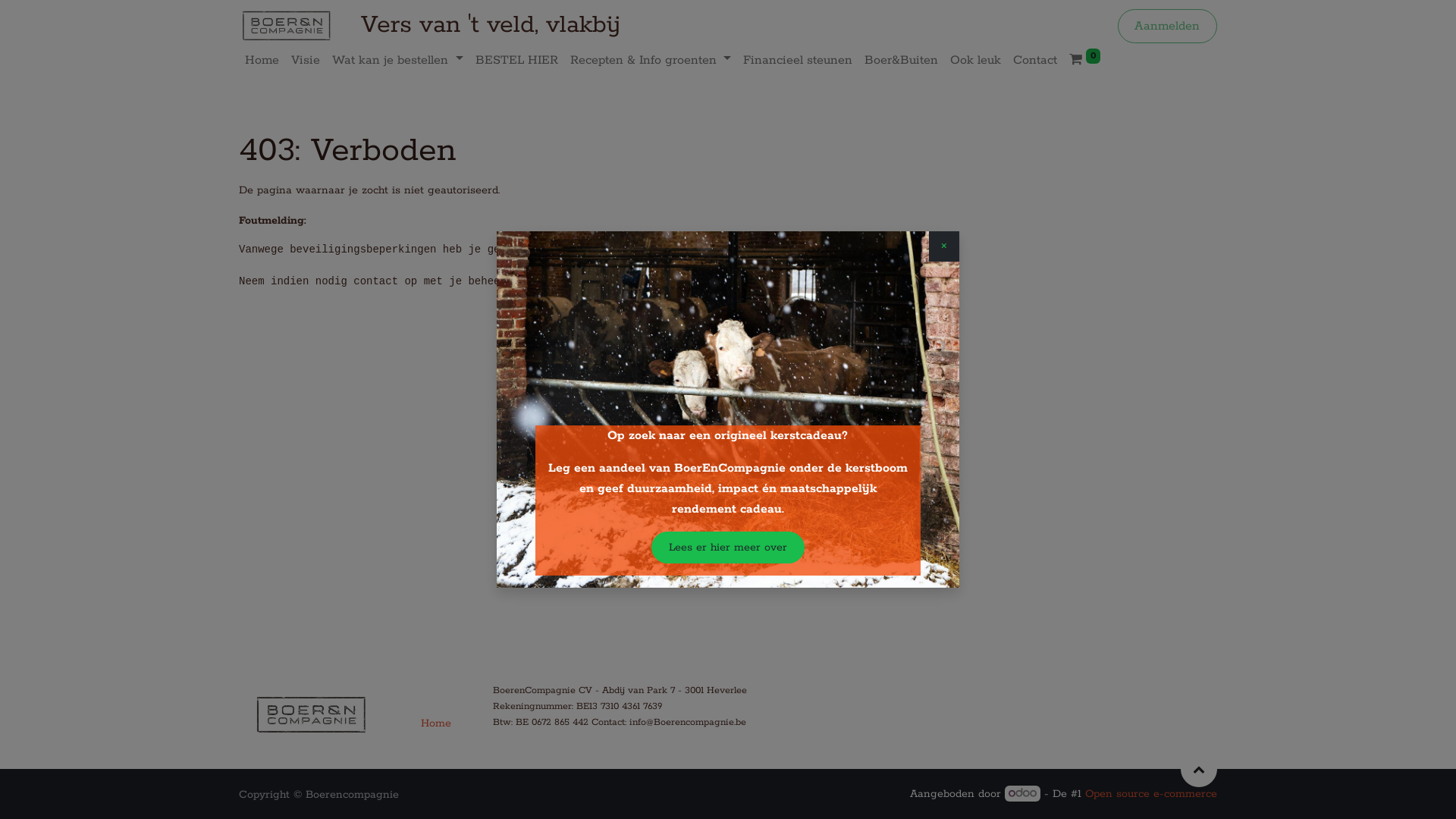 The image size is (1456, 819). What do you see at coordinates (397, 59) in the screenshot?
I see `'Wat kan je bestellen'` at bounding box center [397, 59].